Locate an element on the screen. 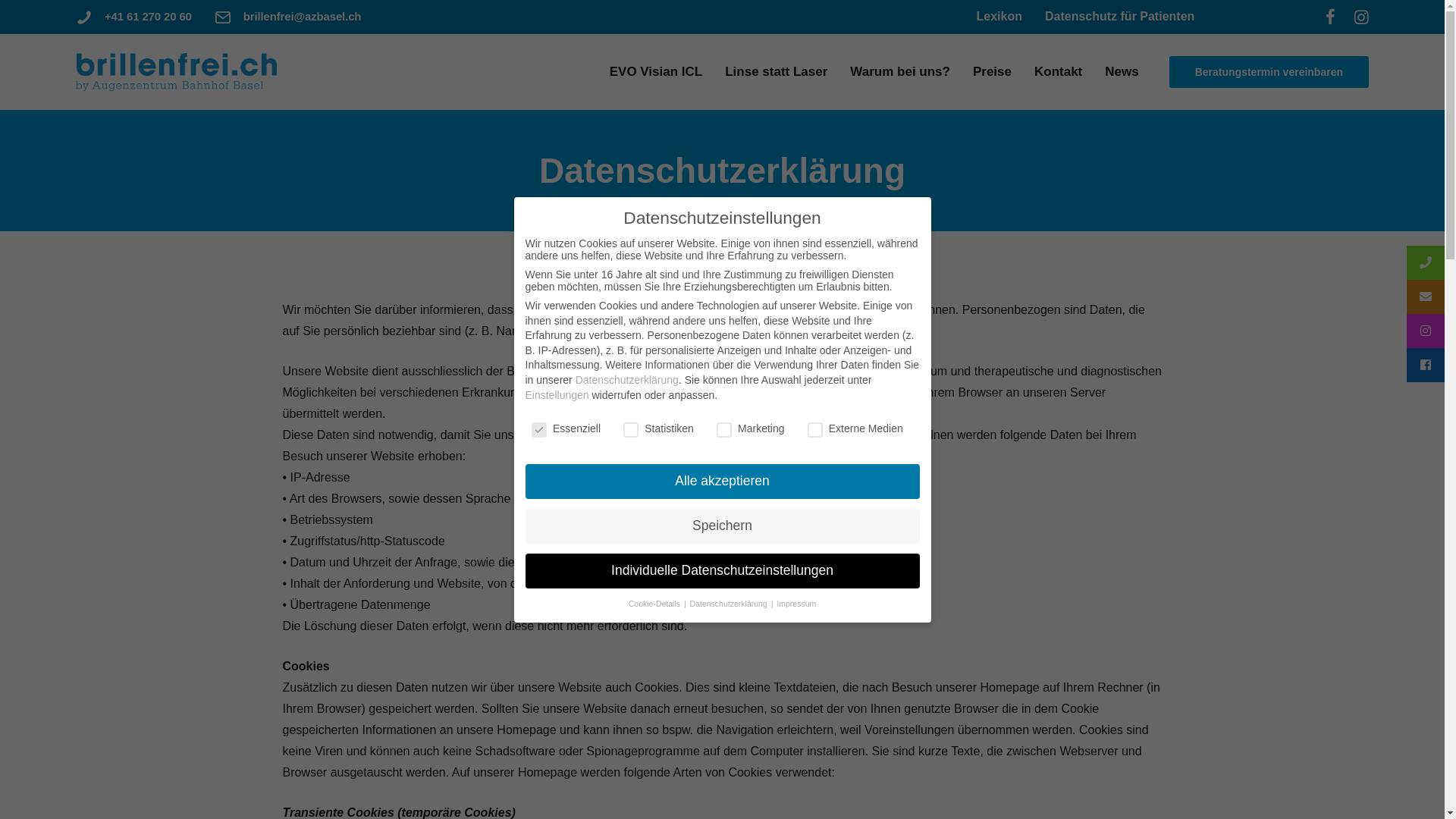  'Speichern' is located at coordinates (720, 526).